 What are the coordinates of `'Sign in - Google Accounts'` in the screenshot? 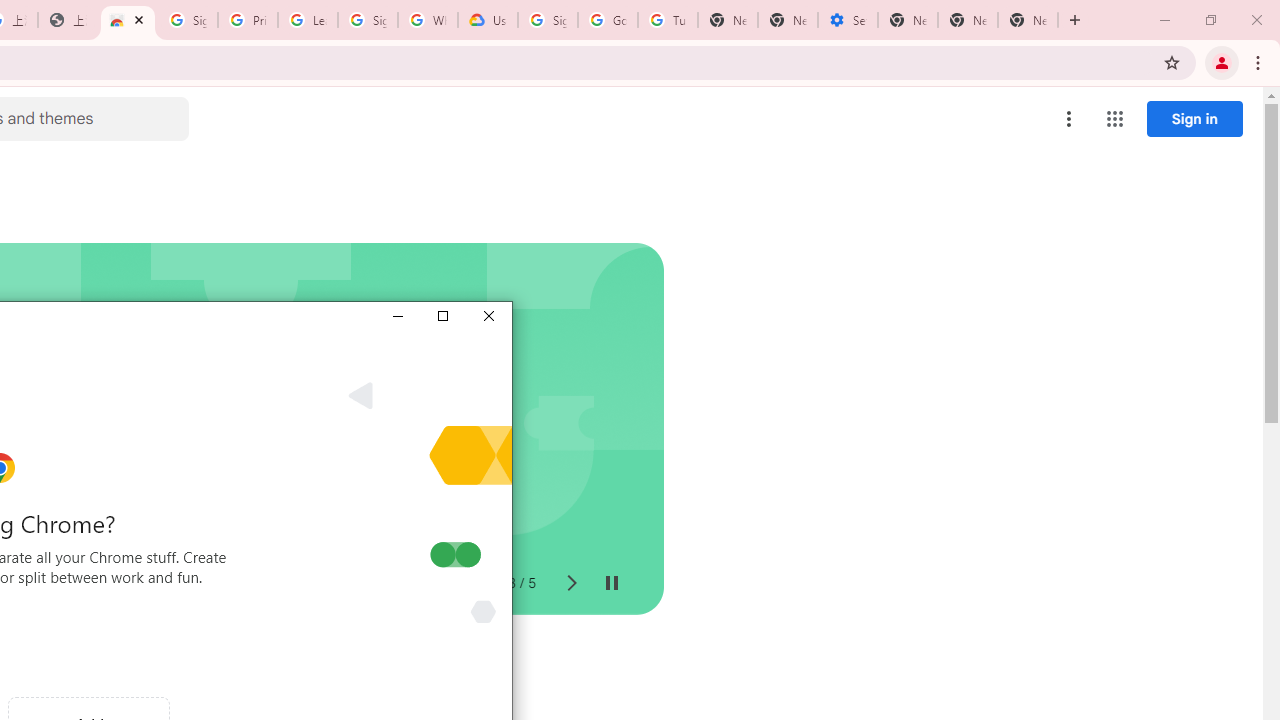 It's located at (187, 20).